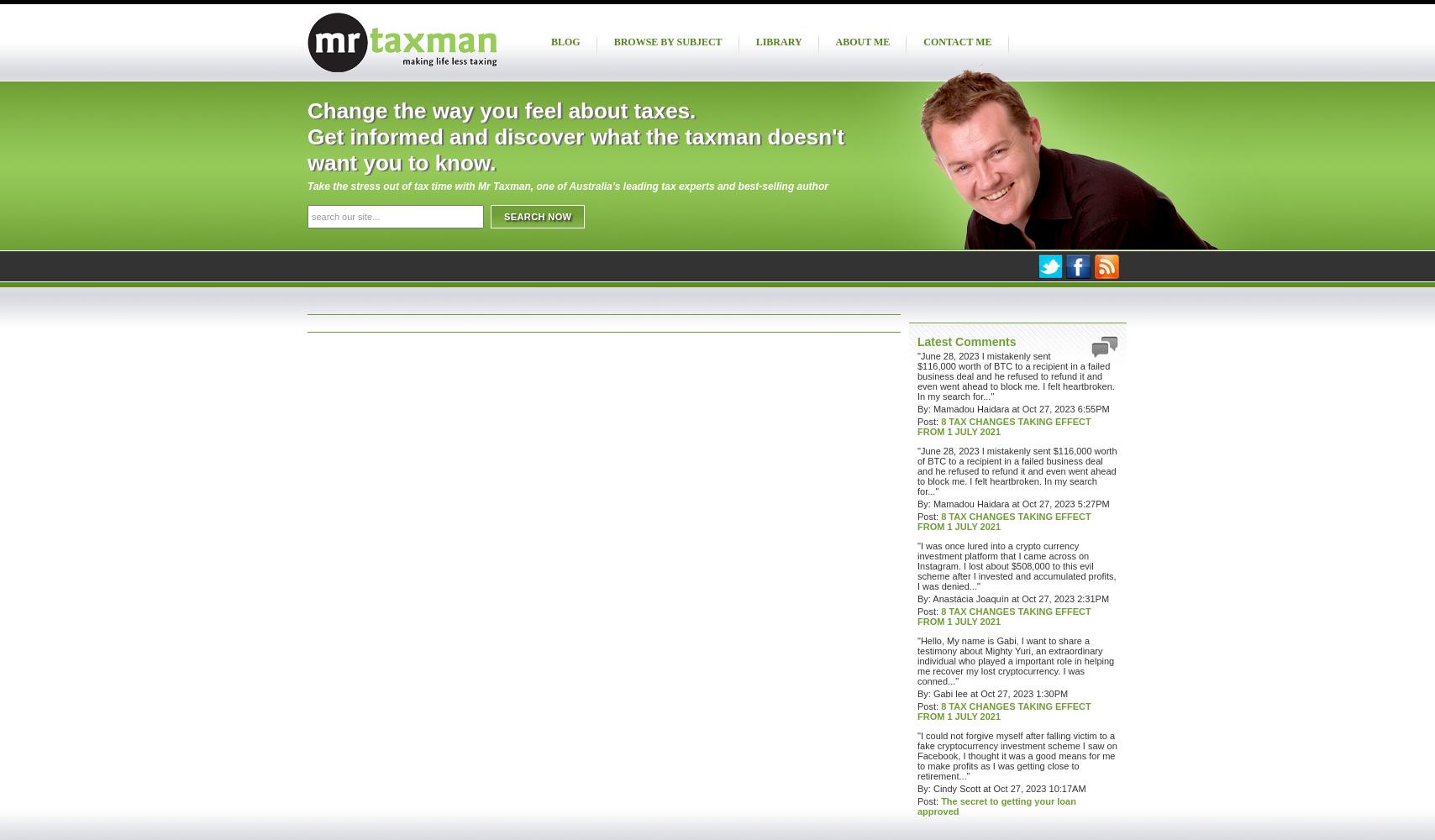 This screenshot has height=840, width=1435. Describe the element at coordinates (966, 342) in the screenshot. I see `'Latest Comments'` at that location.